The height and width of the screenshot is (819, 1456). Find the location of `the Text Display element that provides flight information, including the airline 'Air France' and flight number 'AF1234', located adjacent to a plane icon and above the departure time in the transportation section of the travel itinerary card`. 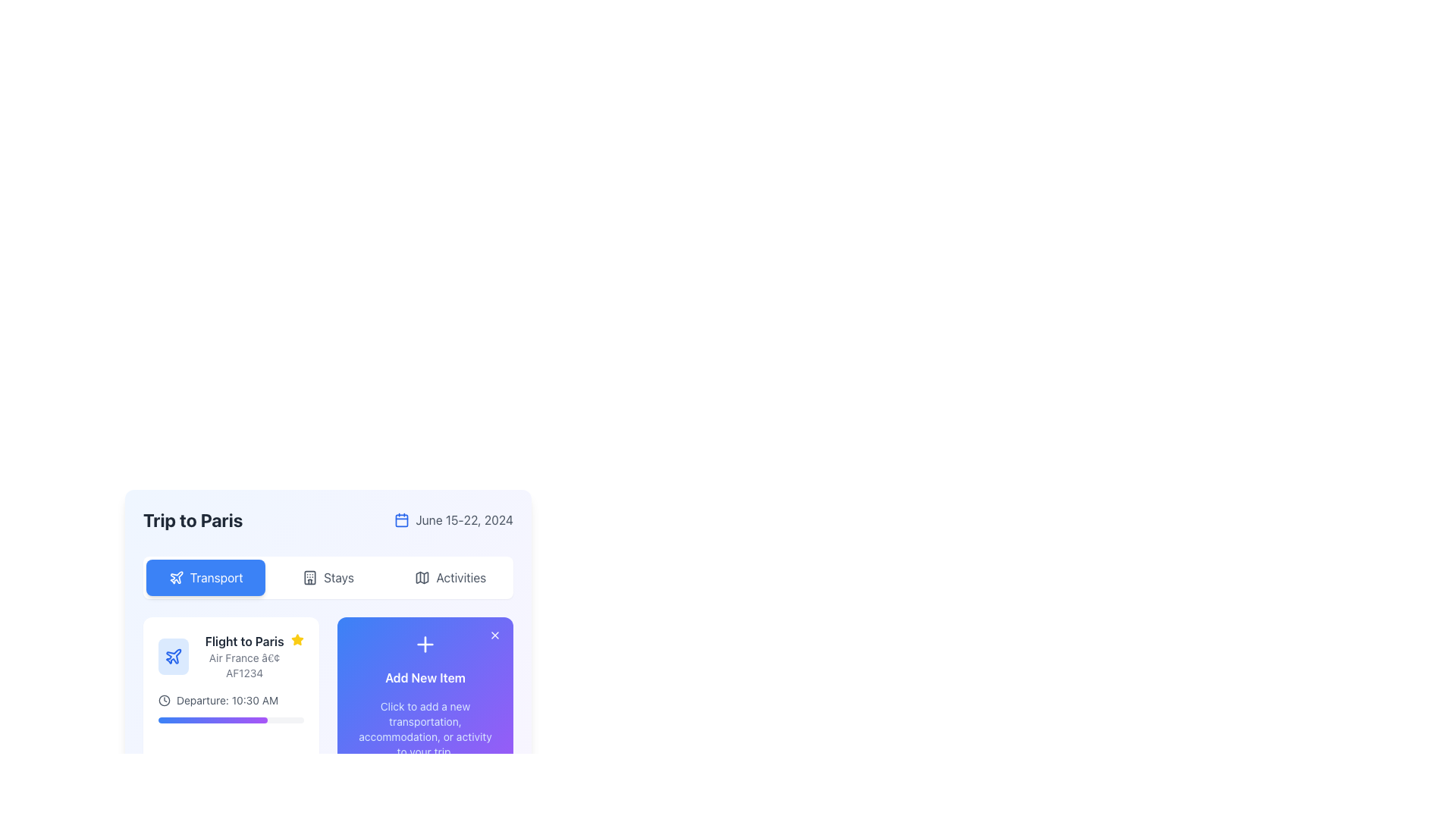

the Text Display element that provides flight information, including the airline 'Air France' and flight number 'AF1234', located adjacent to a plane icon and above the departure time in the transportation section of the travel itinerary card is located at coordinates (244, 656).